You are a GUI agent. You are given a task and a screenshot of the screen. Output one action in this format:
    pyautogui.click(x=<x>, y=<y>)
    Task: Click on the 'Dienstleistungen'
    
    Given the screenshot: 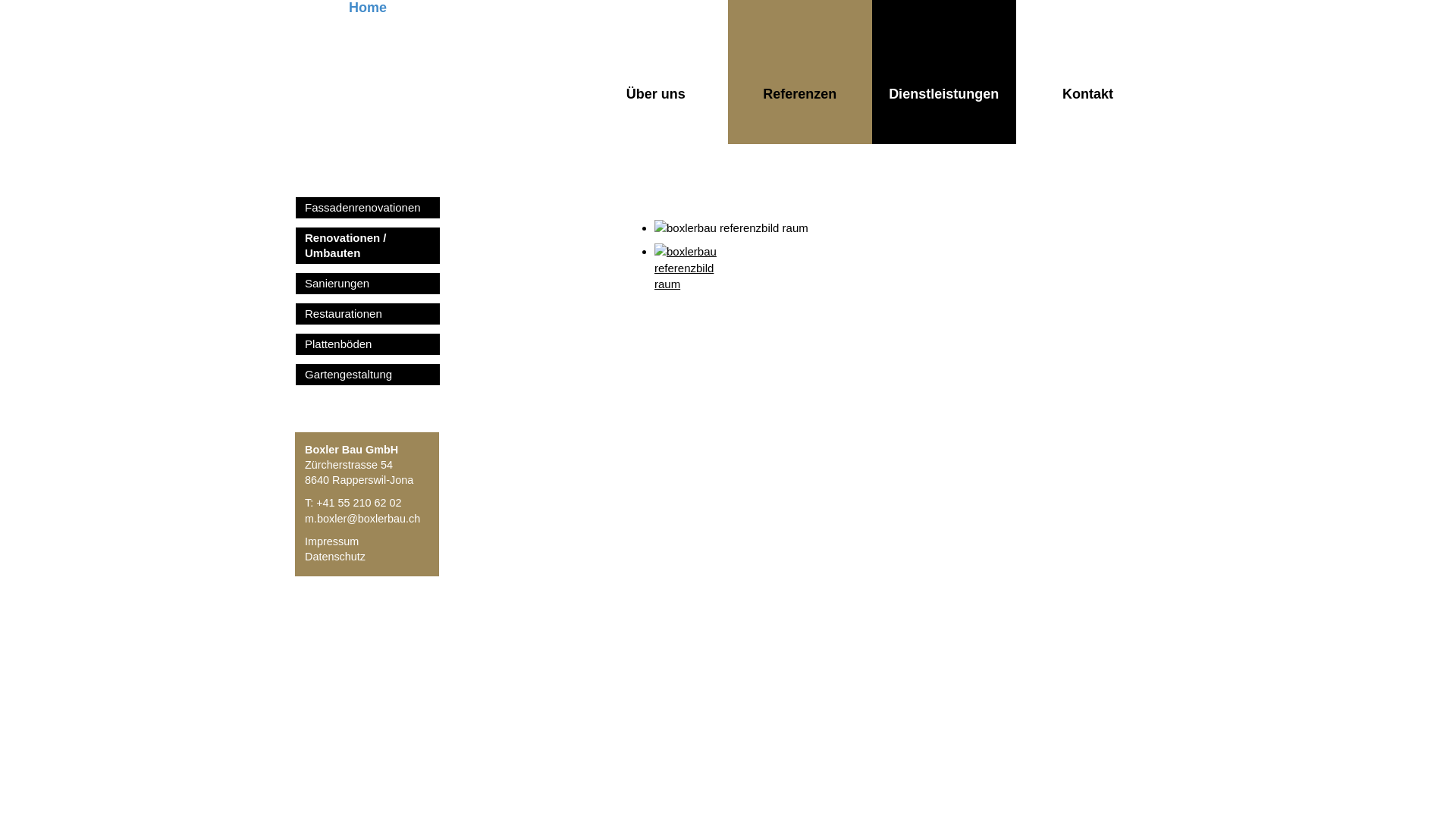 What is the action you would take?
    pyautogui.click(x=943, y=72)
    